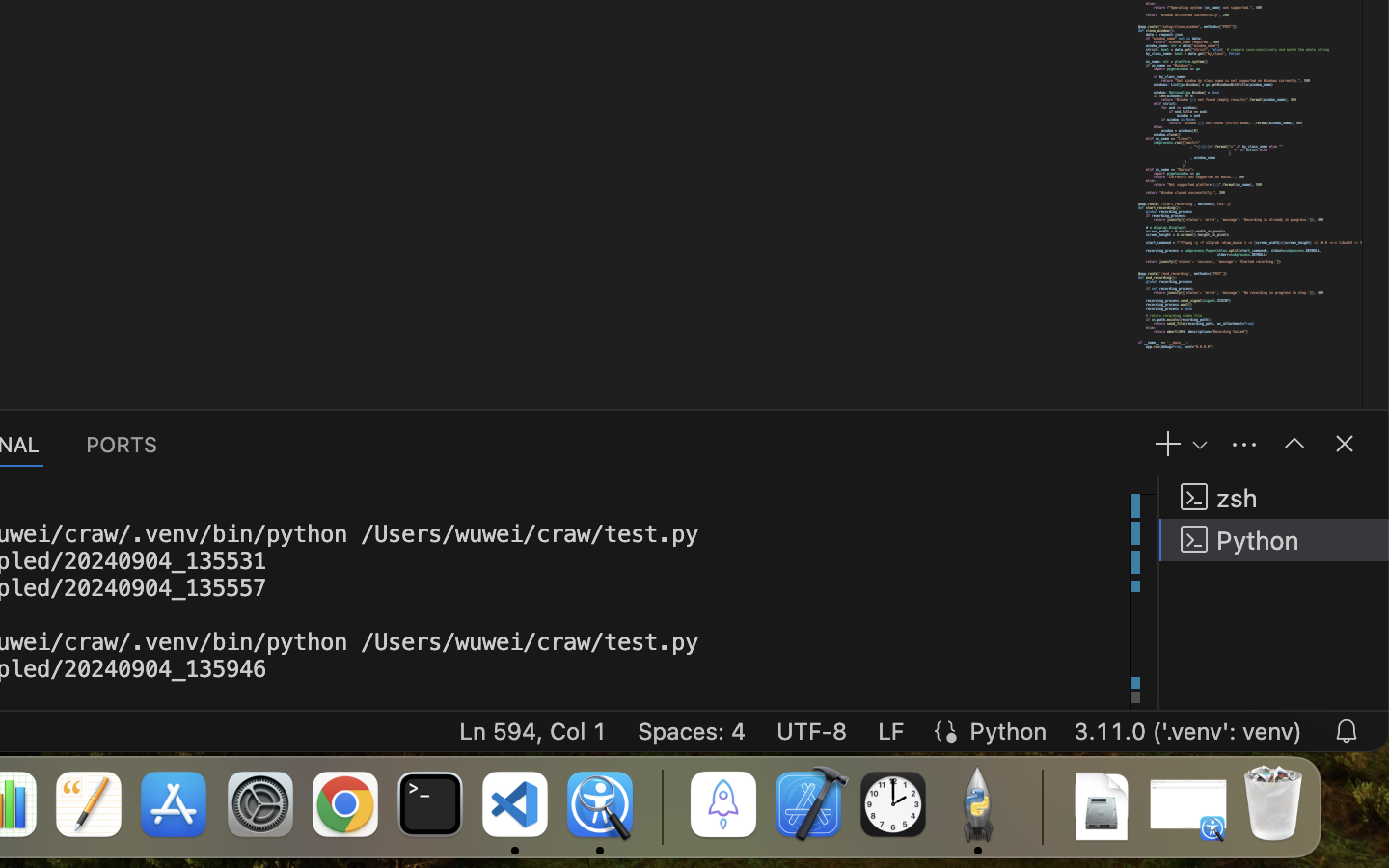 This screenshot has width=1389, height=868. Describe the element at coordinates (1273, 496) in the screenshot. I see `'zsh '` at that location.